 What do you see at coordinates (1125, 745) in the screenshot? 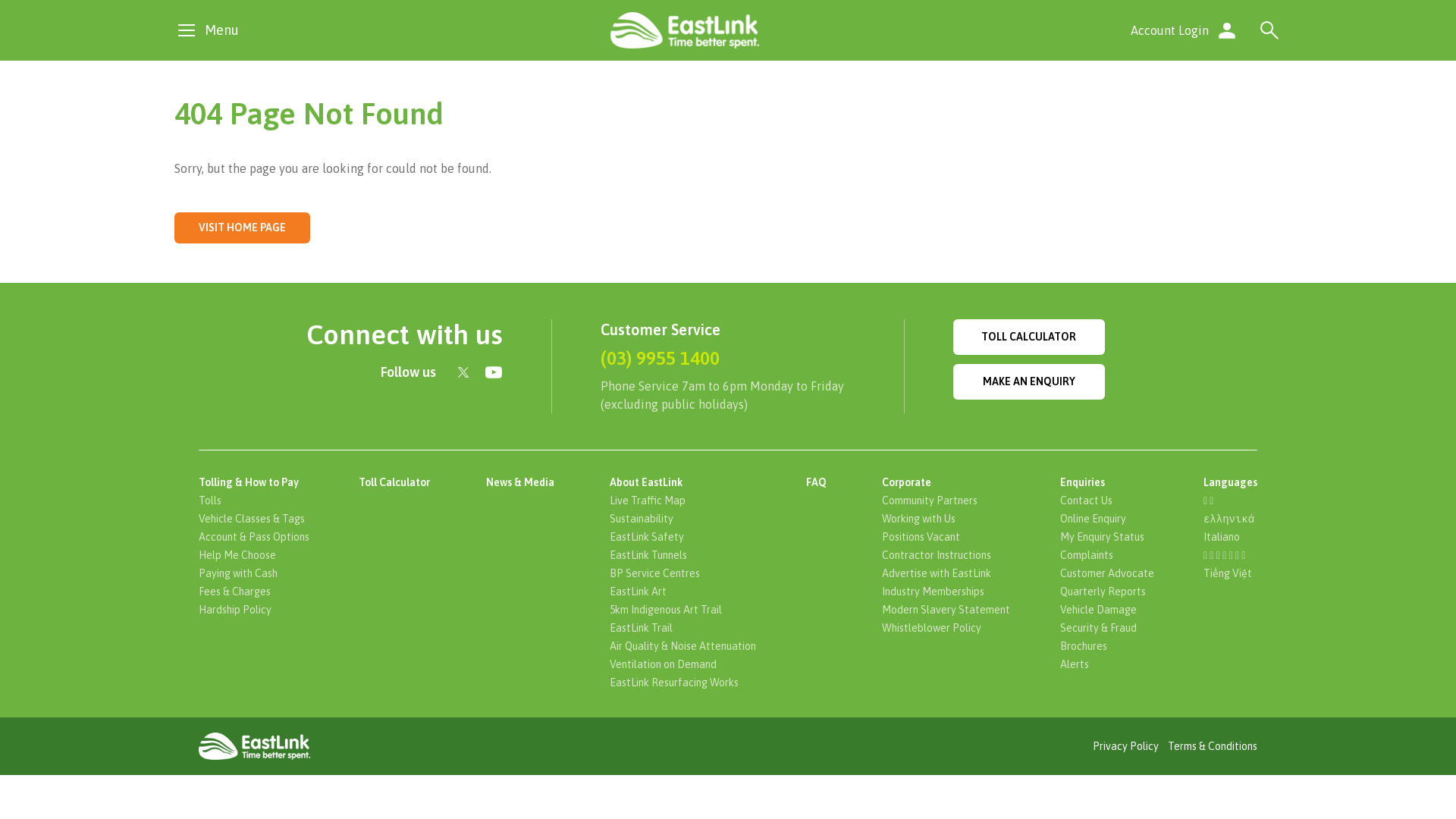
I see `'Privacy Policy'` at bounding box center [1125, 745].